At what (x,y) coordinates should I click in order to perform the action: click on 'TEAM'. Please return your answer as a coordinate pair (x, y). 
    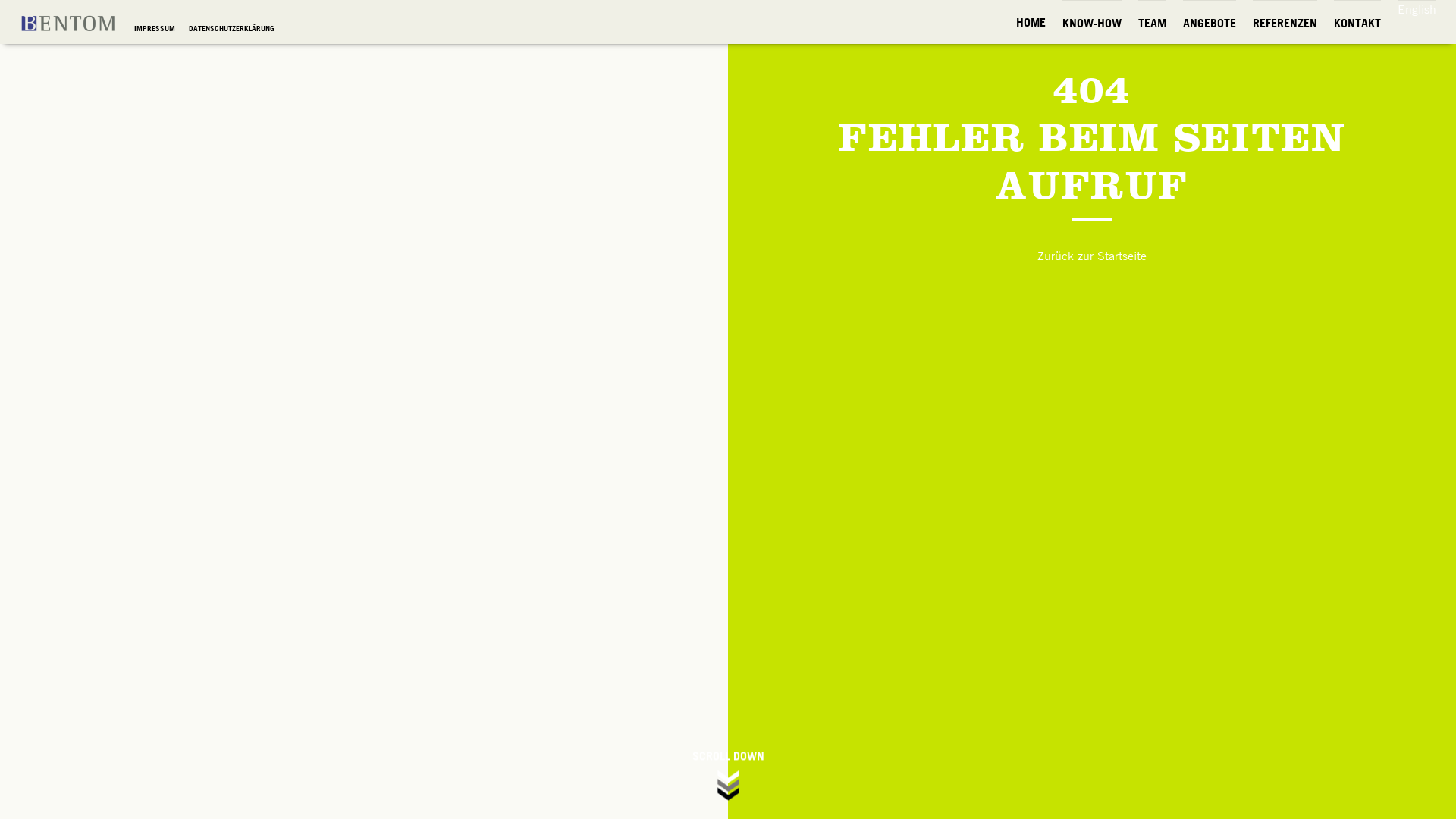
    Looking at the image, I should click on (1152, 23).